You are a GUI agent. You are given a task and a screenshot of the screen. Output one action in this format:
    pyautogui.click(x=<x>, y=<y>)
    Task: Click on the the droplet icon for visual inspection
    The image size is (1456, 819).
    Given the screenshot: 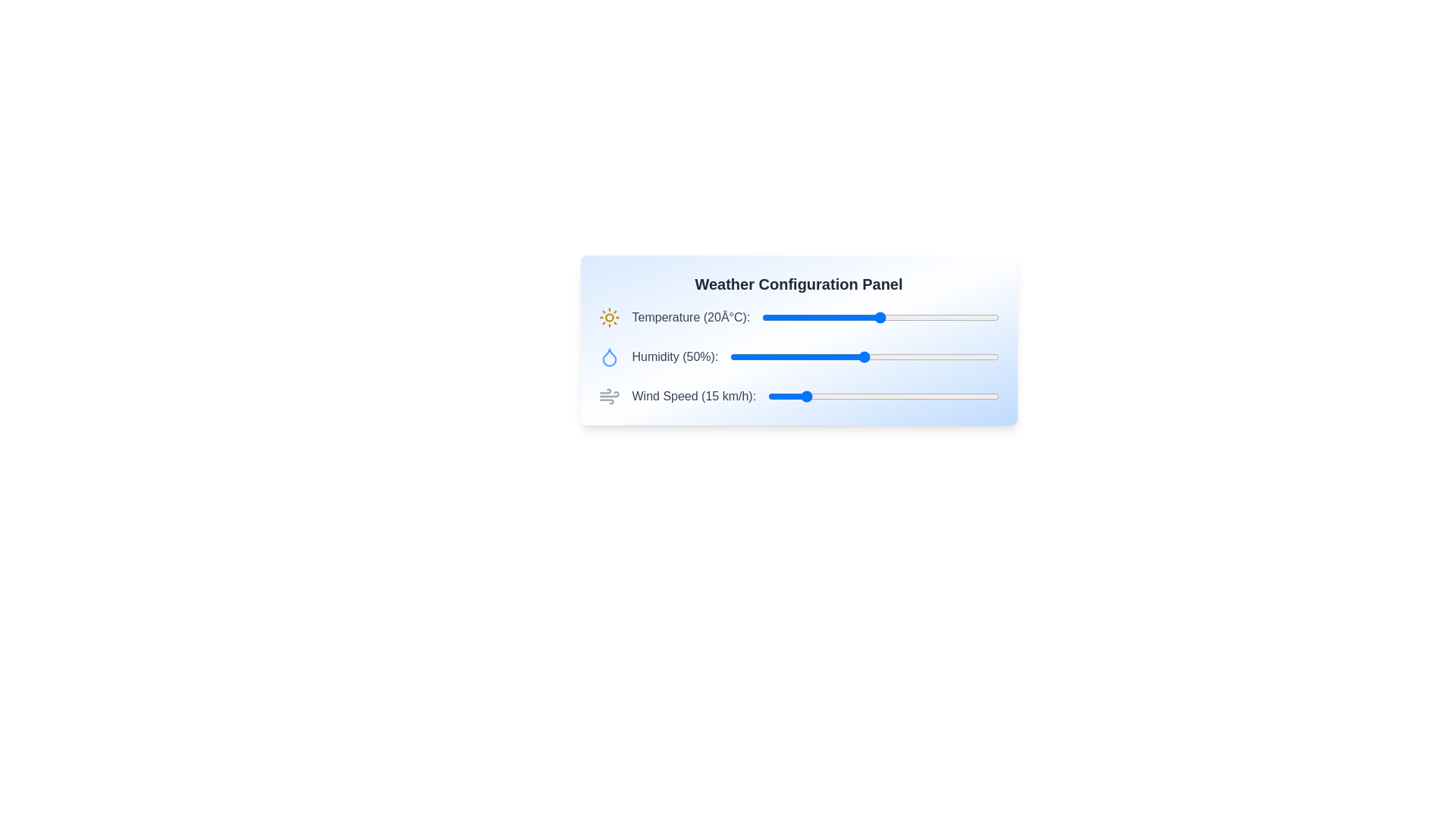 What is the action you would take?
    pyautogui.click(x=609, y=356)
    